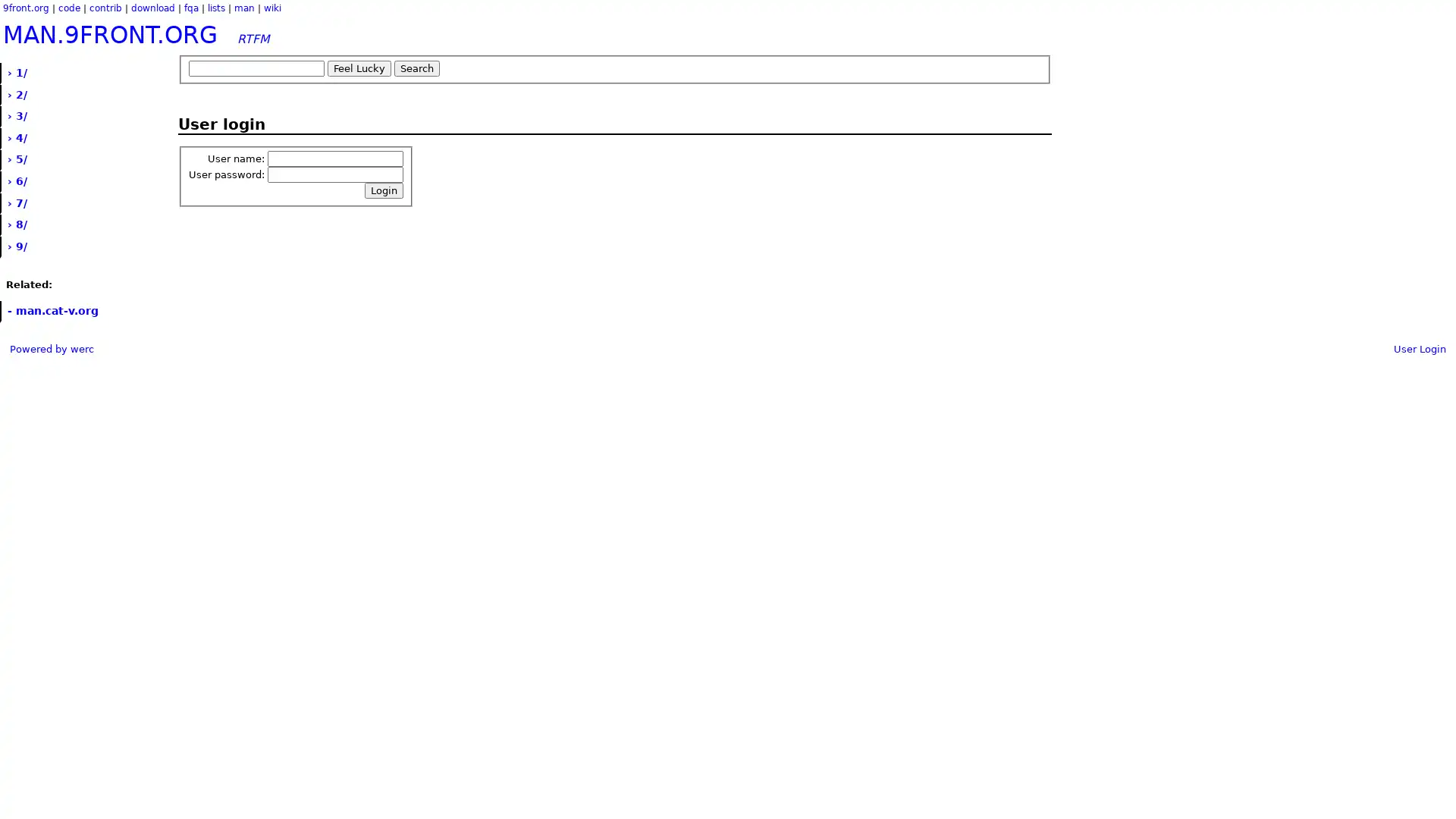 Image resolution: width=1456 pixels, height=819 pixels. What do you see at coordinates (384, 190) in the screenshot?
I see `Login` at bounding box center [384, 190].